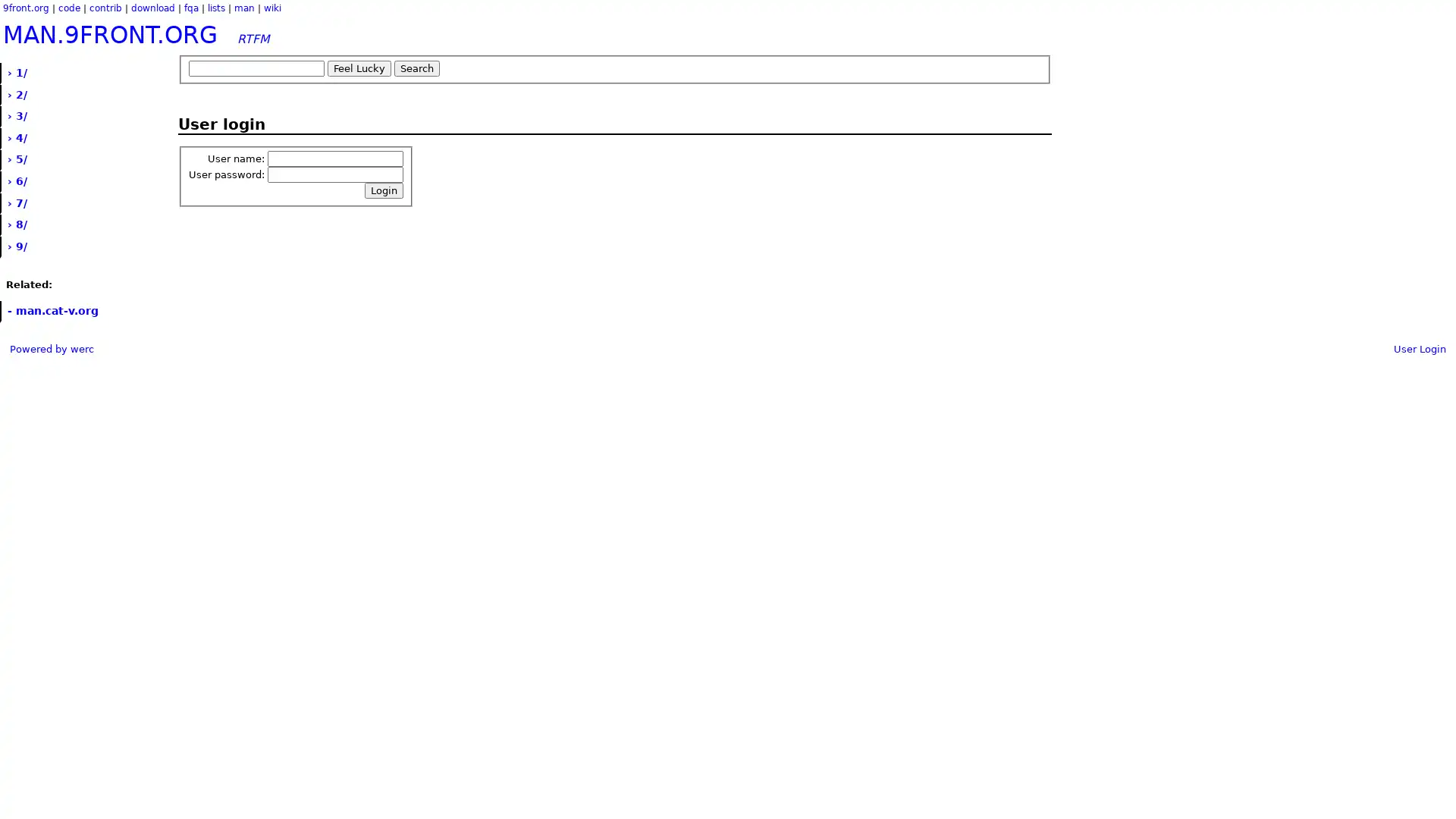 Image resolution: width=1456 pixels, height=819 pixels. What do you see at coordinates (384, 190) in the screenshot?
I see `Login` at bounding box center [384, 190].